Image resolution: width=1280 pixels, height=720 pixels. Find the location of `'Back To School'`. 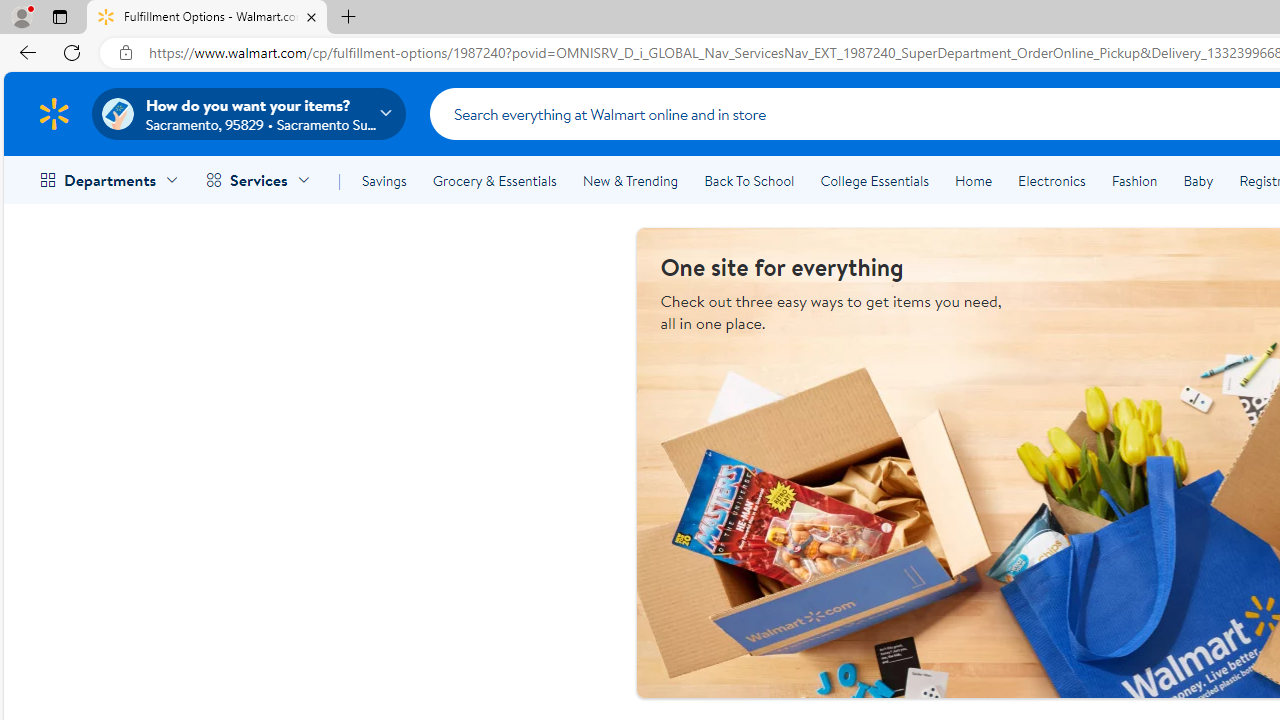

'Back To School' is located at coordinates (748, 181).